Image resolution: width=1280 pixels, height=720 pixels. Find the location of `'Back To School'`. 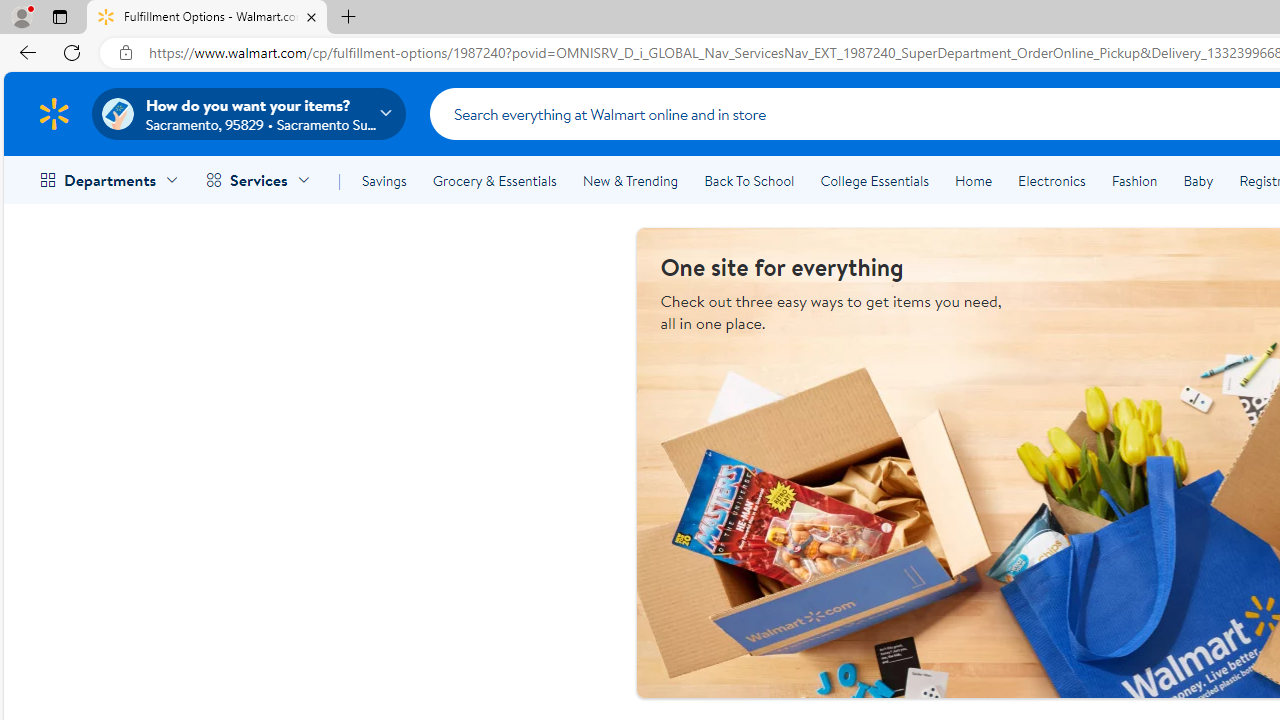

'Back To School' is located at coordinates (748, 181).